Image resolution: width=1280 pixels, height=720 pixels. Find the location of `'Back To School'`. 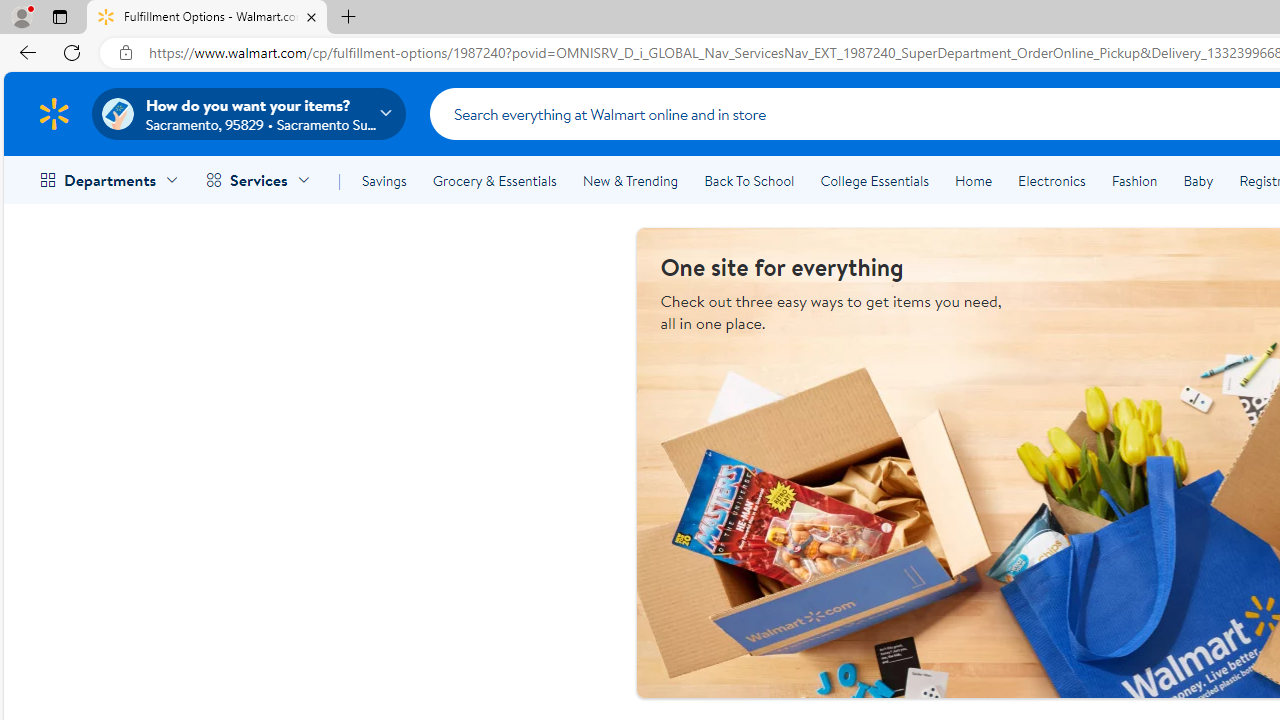

'Back To School' is located at coordinates (748, 181).